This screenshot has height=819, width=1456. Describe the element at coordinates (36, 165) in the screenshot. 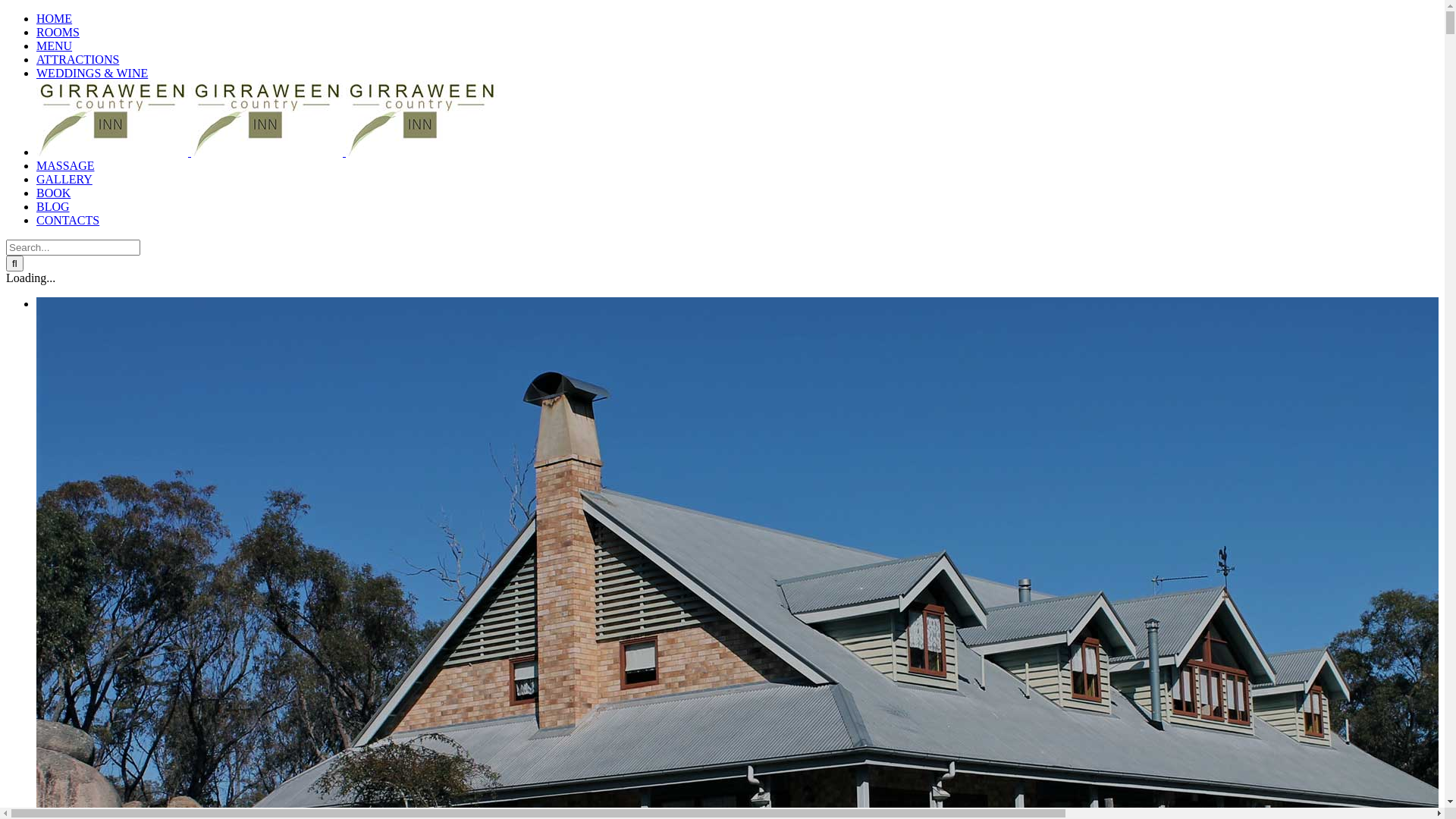

I see `'MASSAGE'` at that location.